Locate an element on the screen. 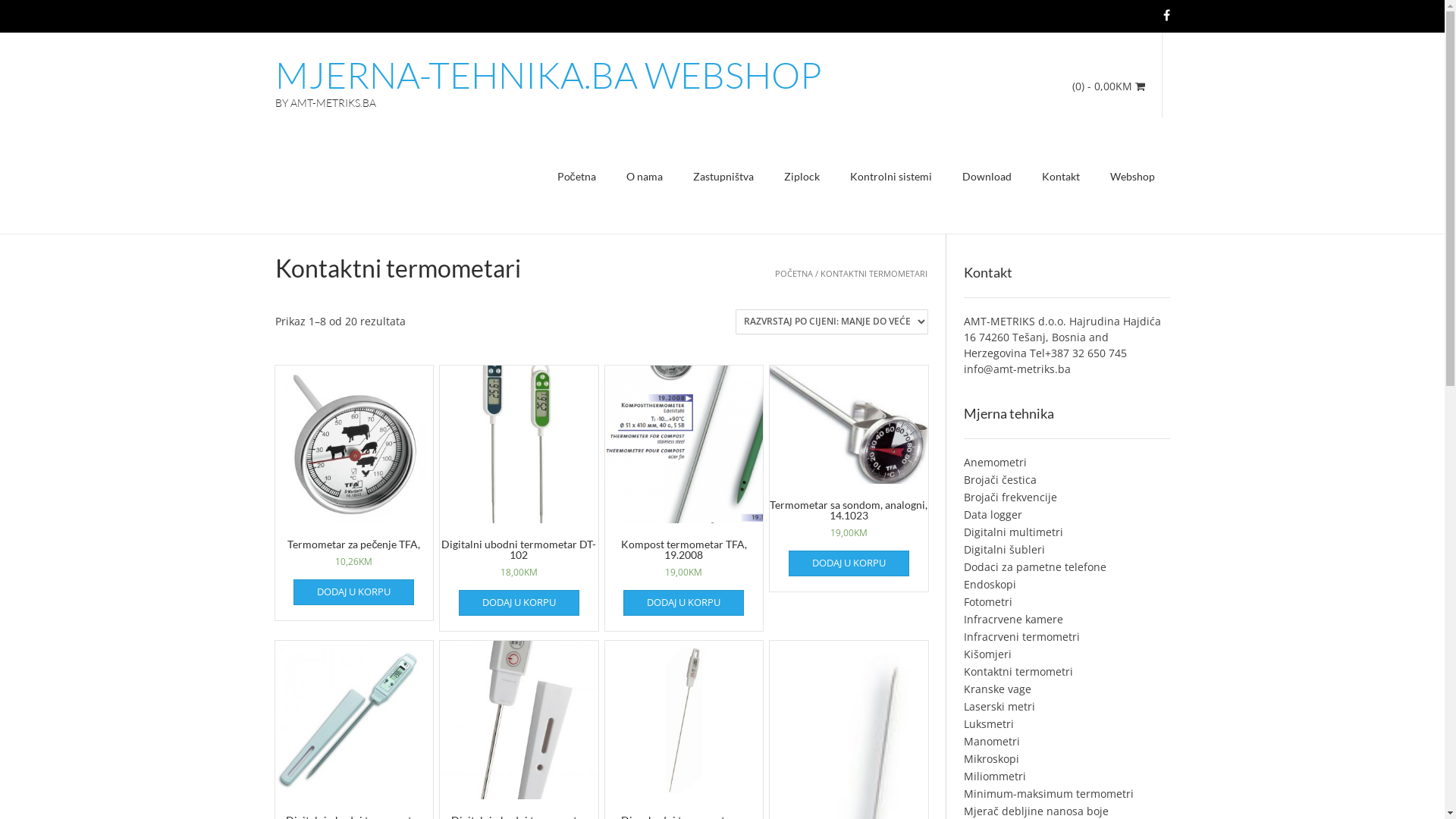 The image size is (1456, 819). 'Miliommetri' is located at coordinates (994, 776).